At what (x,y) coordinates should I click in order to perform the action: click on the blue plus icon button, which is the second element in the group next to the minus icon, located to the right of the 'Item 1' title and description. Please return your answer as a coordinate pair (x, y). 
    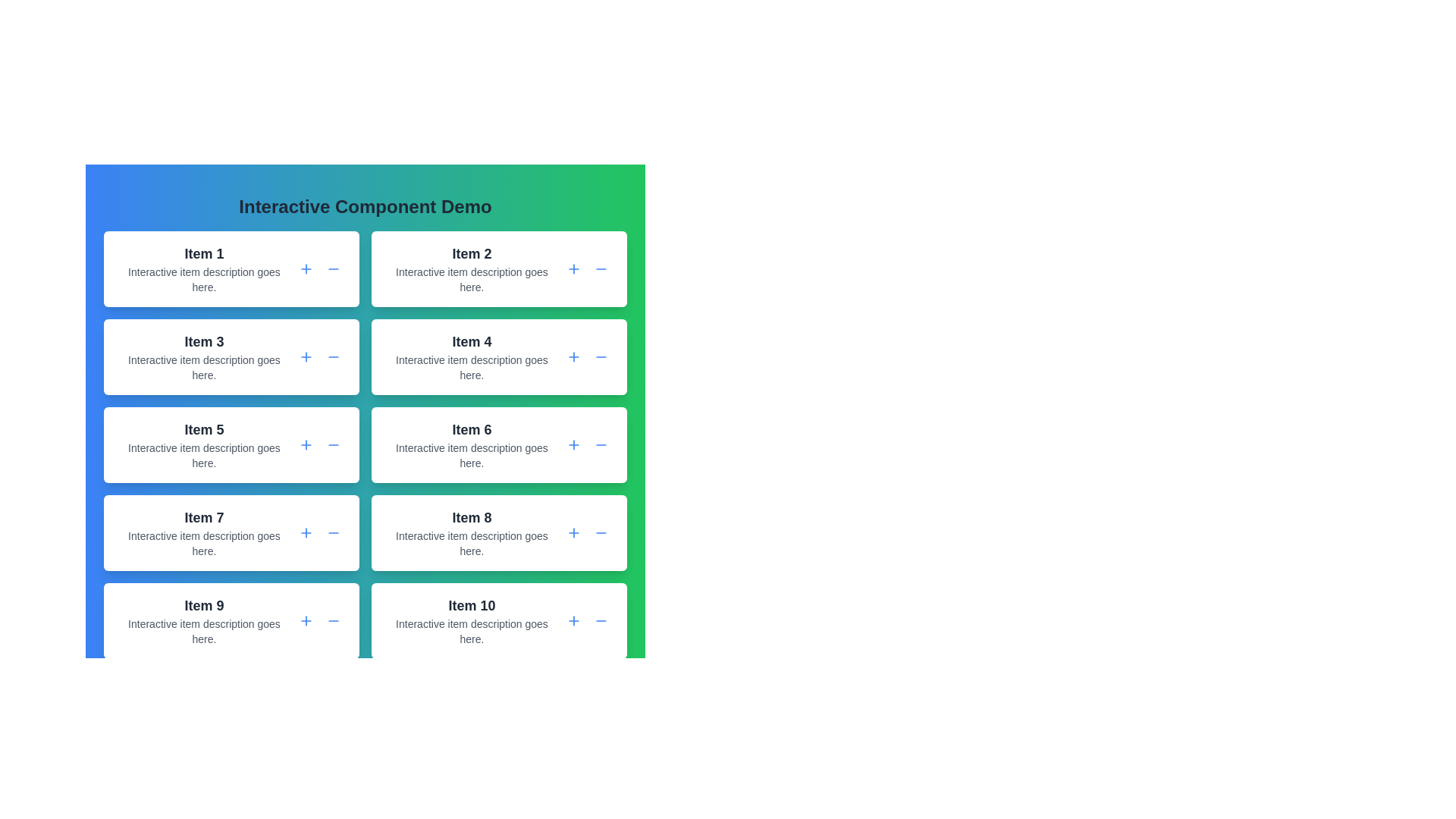
    Looking at the image, I should click on (305, 268).